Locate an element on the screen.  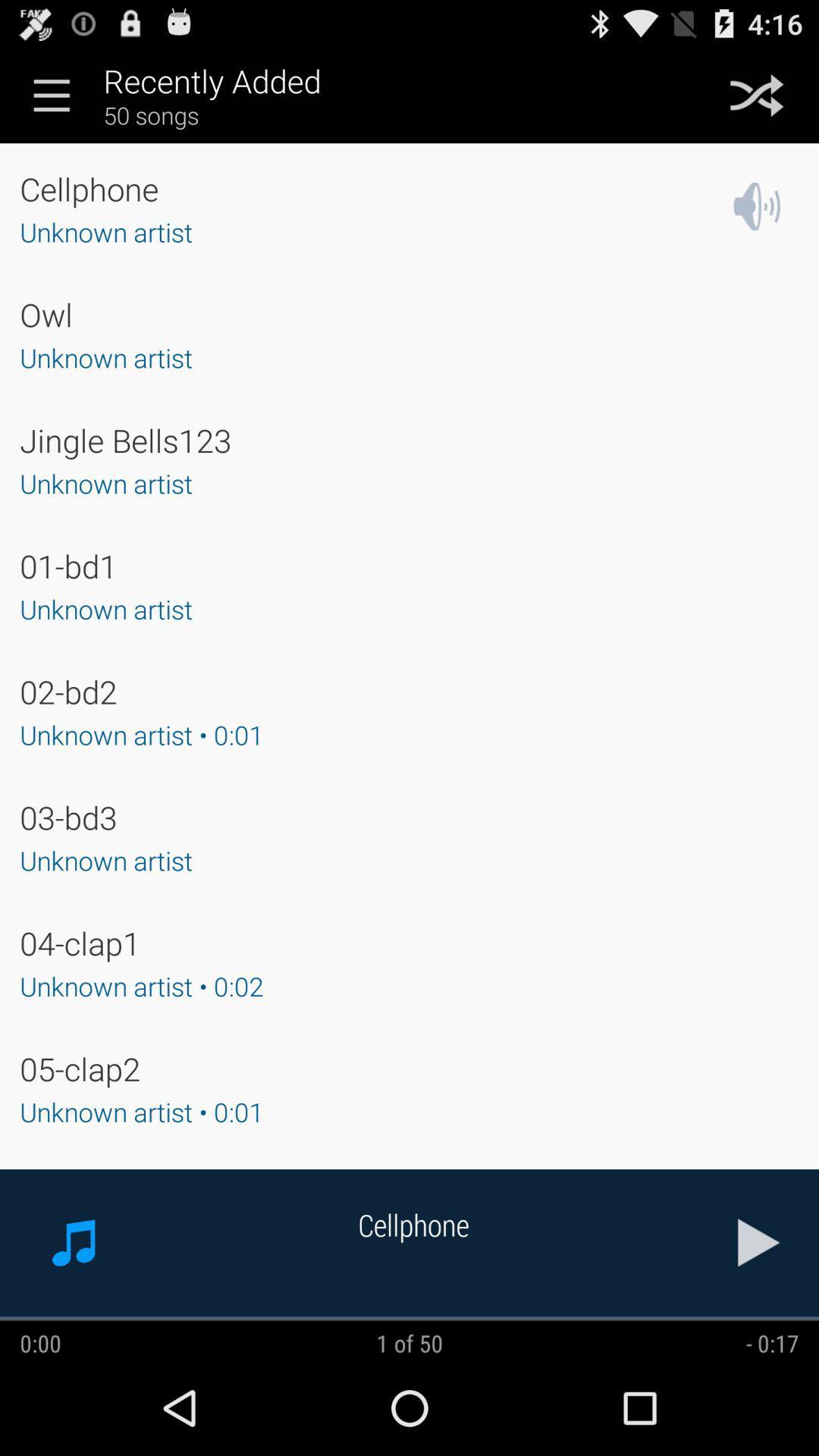
icon next to recently added is located at coordinates (757, 94).